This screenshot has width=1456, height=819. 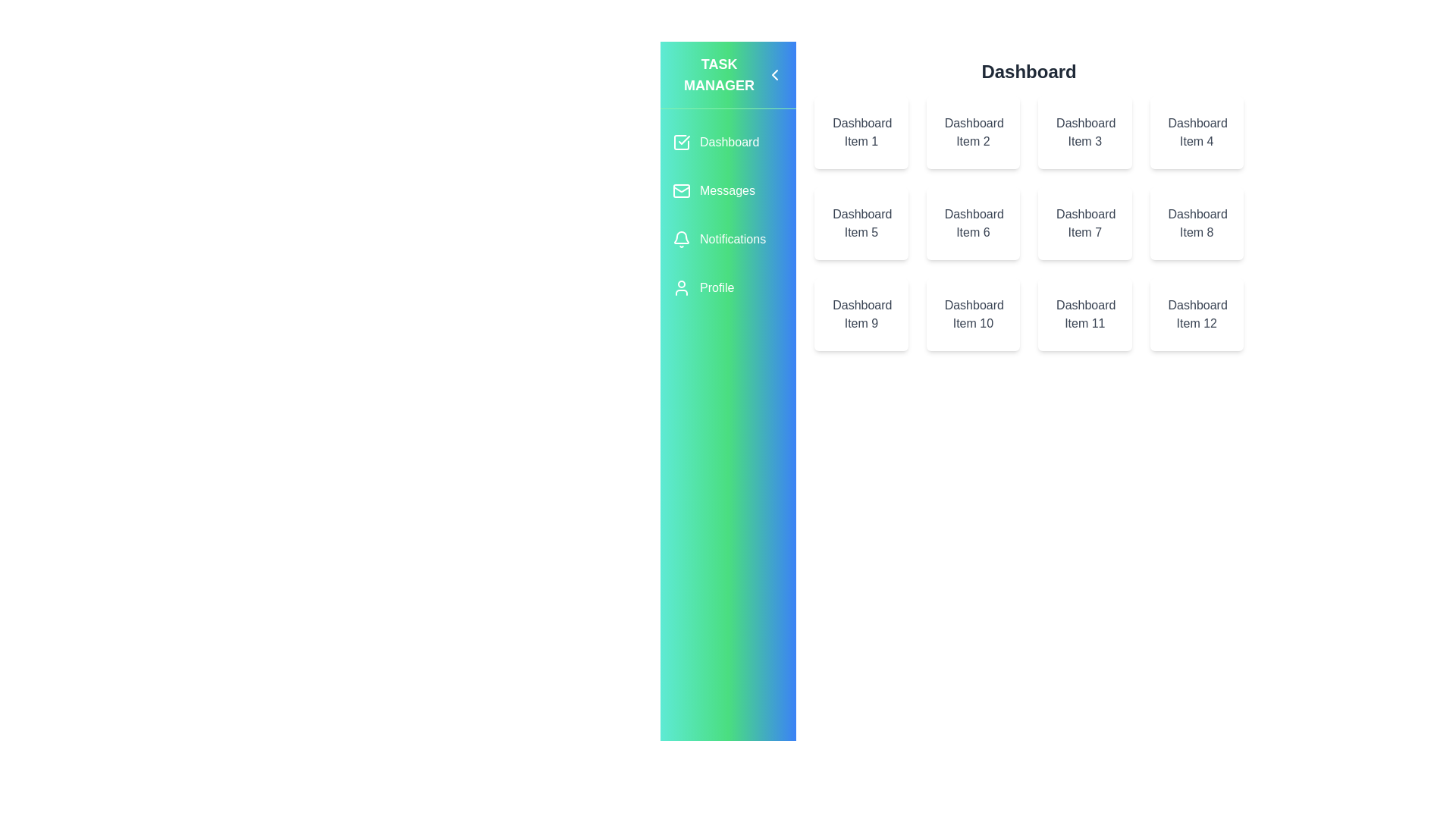 What do you see at coordinates (728, 239) in the screenshot?
I see `the Notifications section in the sidebar` at bounding box center [728, 239].